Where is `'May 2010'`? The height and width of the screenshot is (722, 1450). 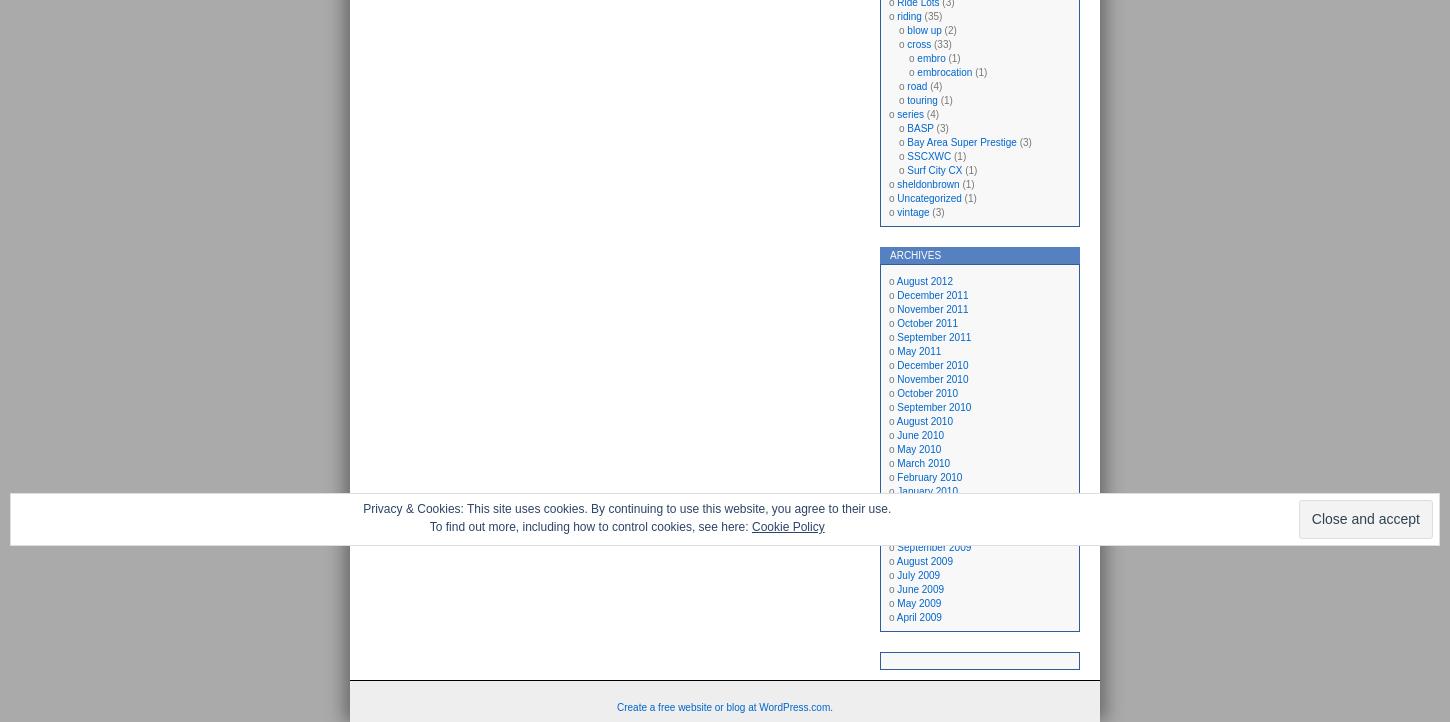
'May 2010' is located at coordinates (895, 448).